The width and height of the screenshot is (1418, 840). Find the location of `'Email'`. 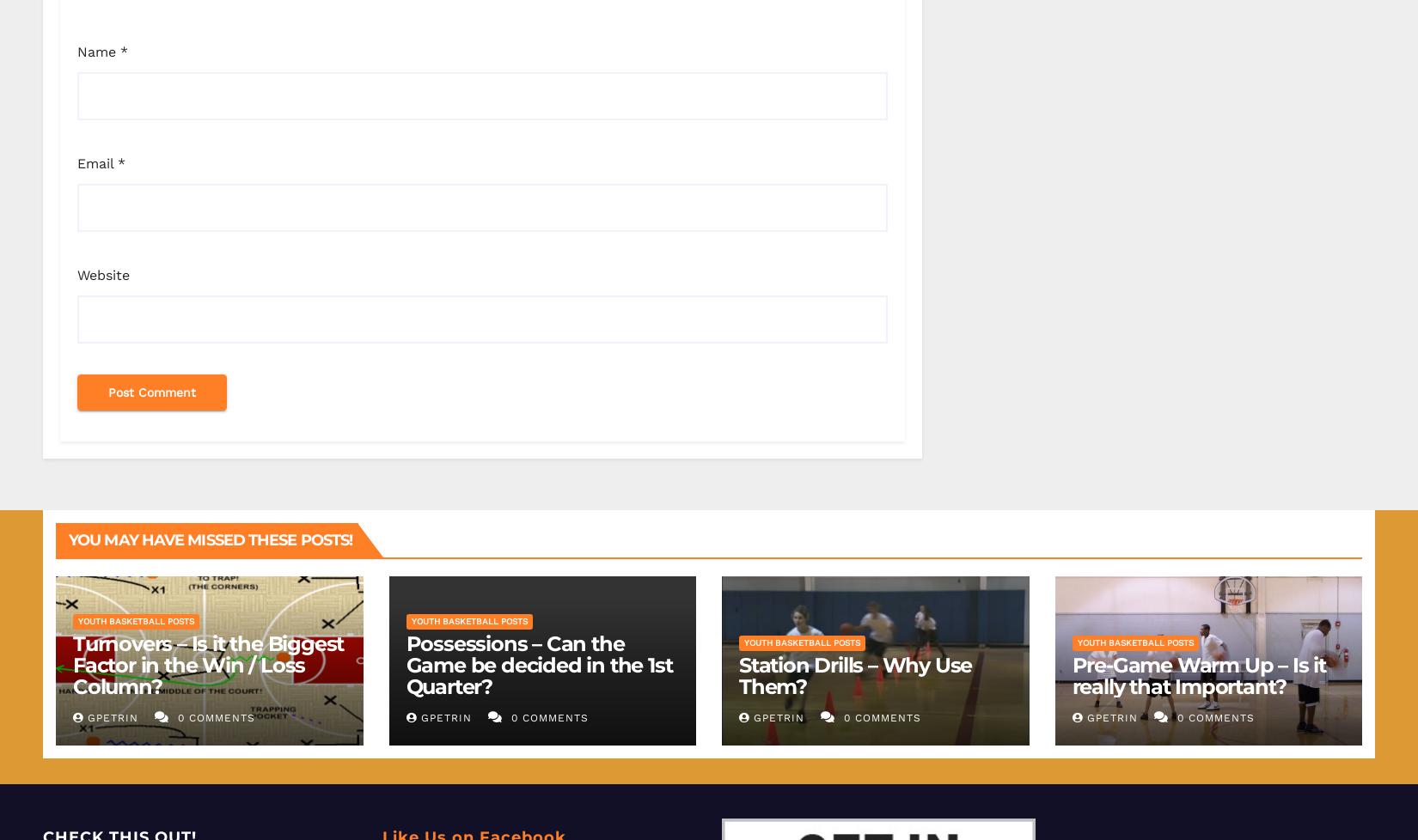

'Email' is located at coordinates (97, 162).